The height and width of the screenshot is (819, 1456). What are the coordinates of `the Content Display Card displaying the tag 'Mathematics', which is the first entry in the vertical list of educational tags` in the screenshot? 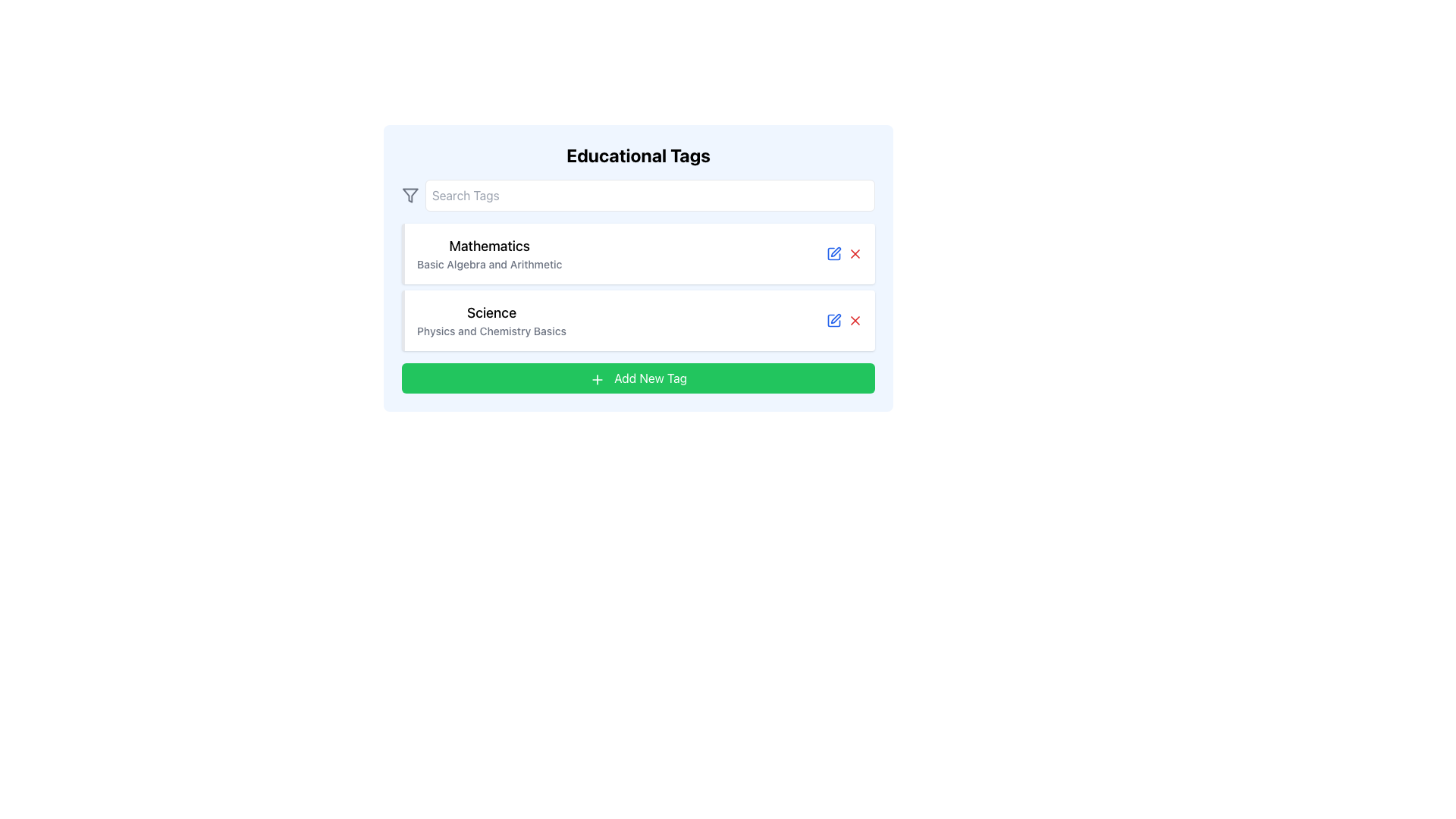 It's located at (638, 268).